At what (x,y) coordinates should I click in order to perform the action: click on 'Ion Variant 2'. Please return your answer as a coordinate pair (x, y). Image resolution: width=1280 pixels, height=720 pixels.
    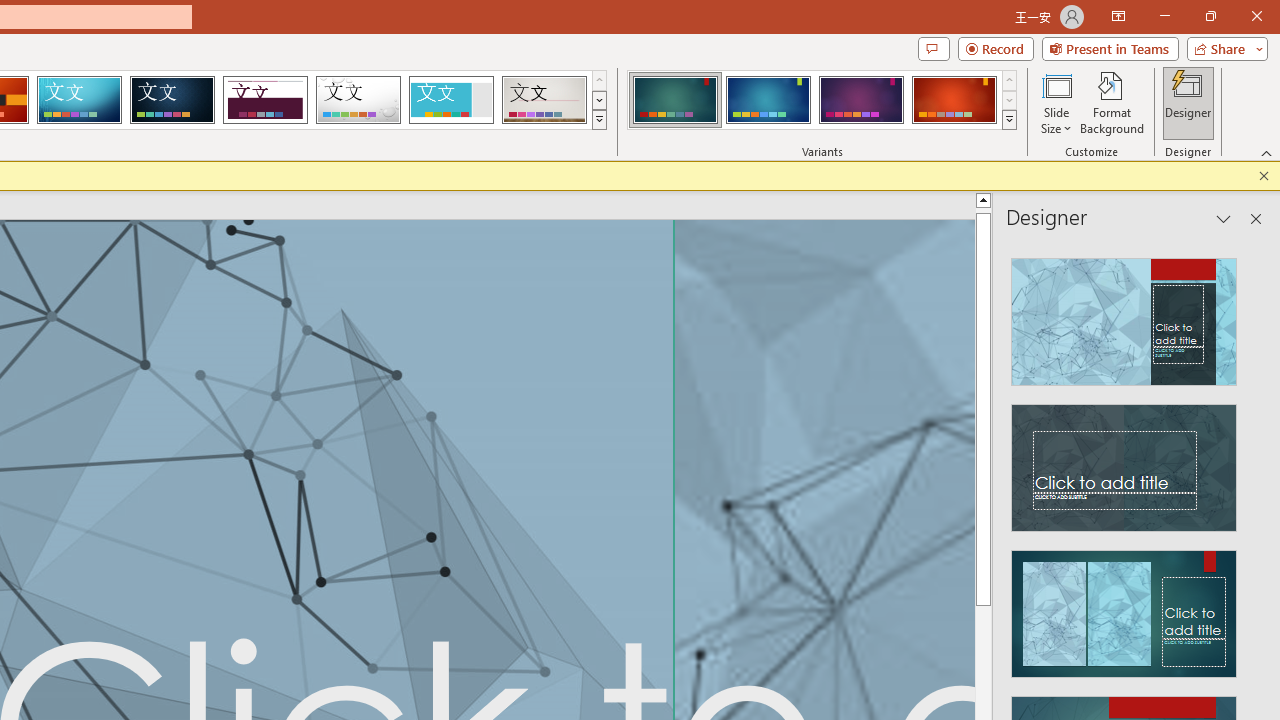
    Looking at the image, I should click on (767, 100).